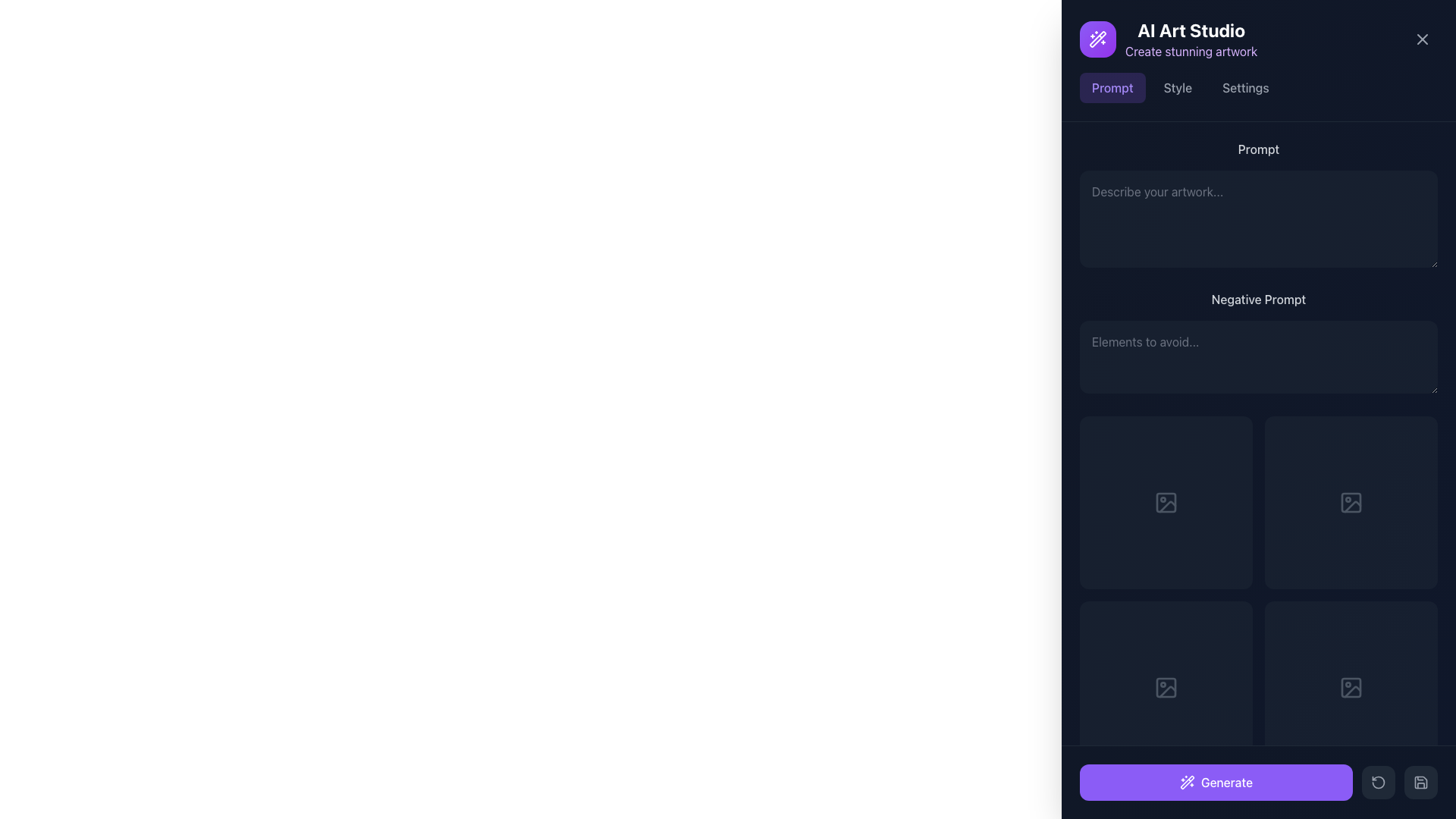 The width and height of the screenshot is (1456, 819). Describe the element at coordinates (1379, 783) in the screenshot. I see `the rotate or refresh icon located at the bottom-right corner of the application's interface` at that location.